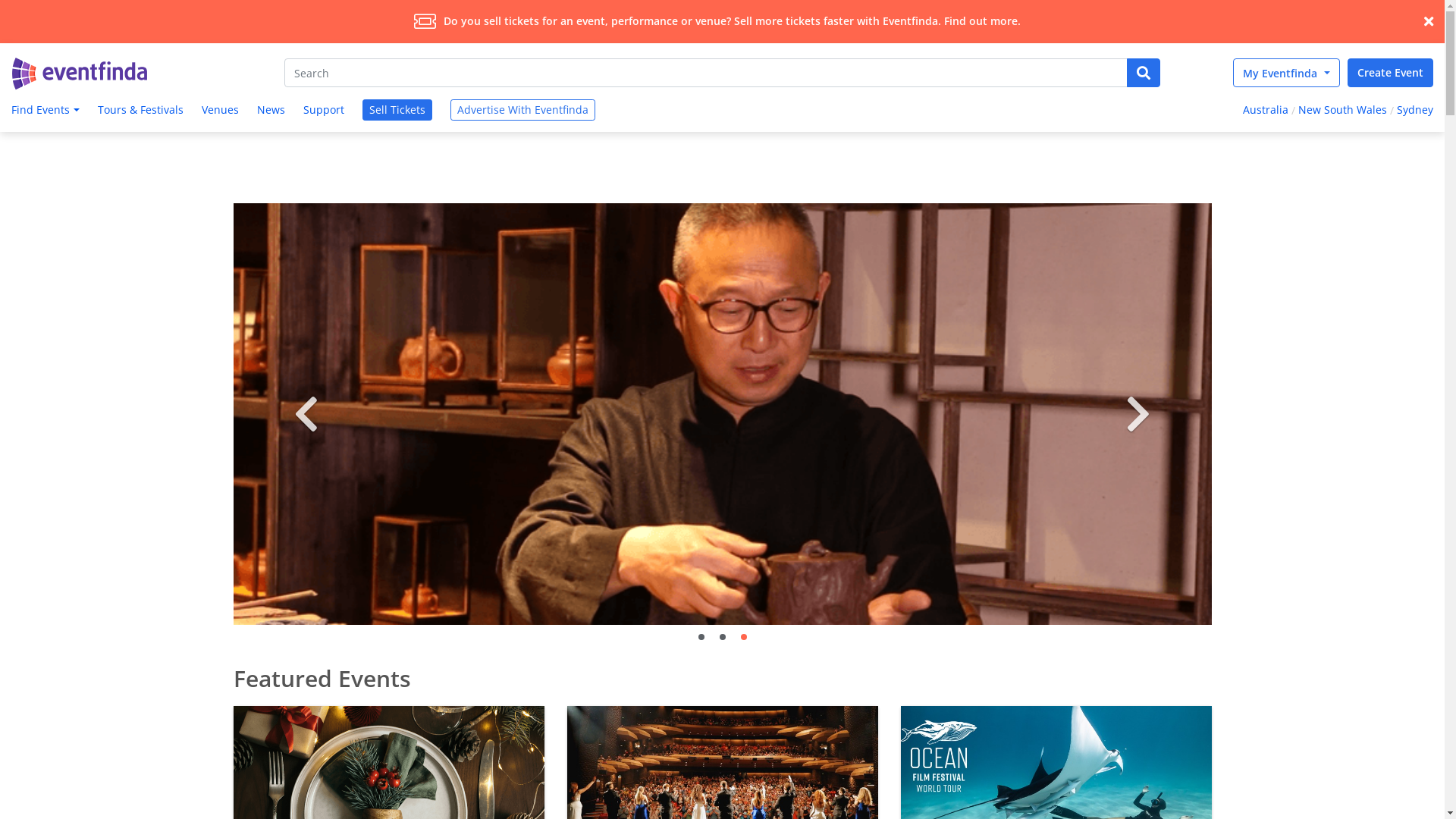 Image resolution: width=1456 pixels, height=819 pixels. I want to click on 'Sell Tickets', so click(362, 109).